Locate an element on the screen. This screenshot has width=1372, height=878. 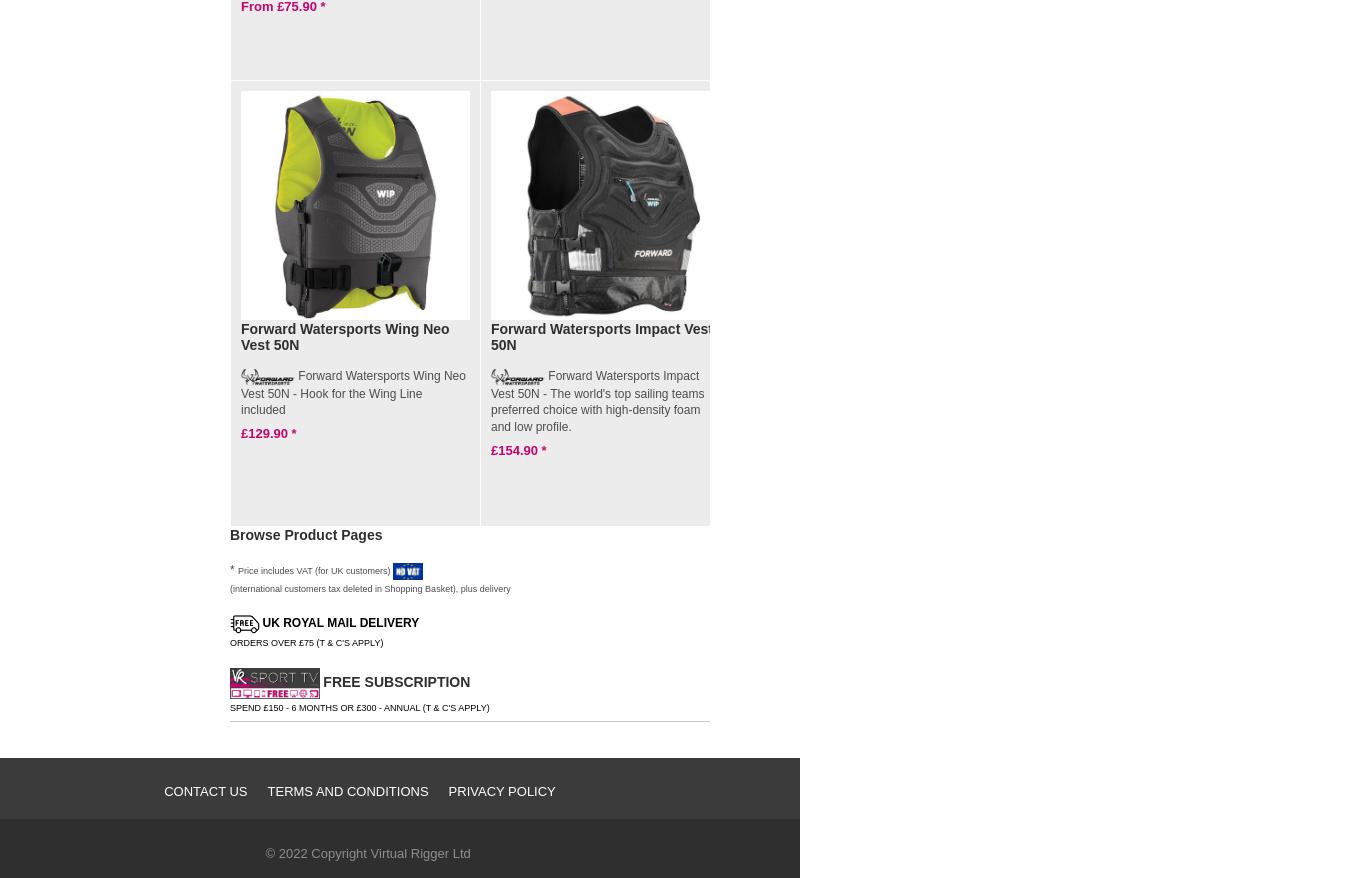
'PRIVACY POLICY' is located at coordinates (501, 790).